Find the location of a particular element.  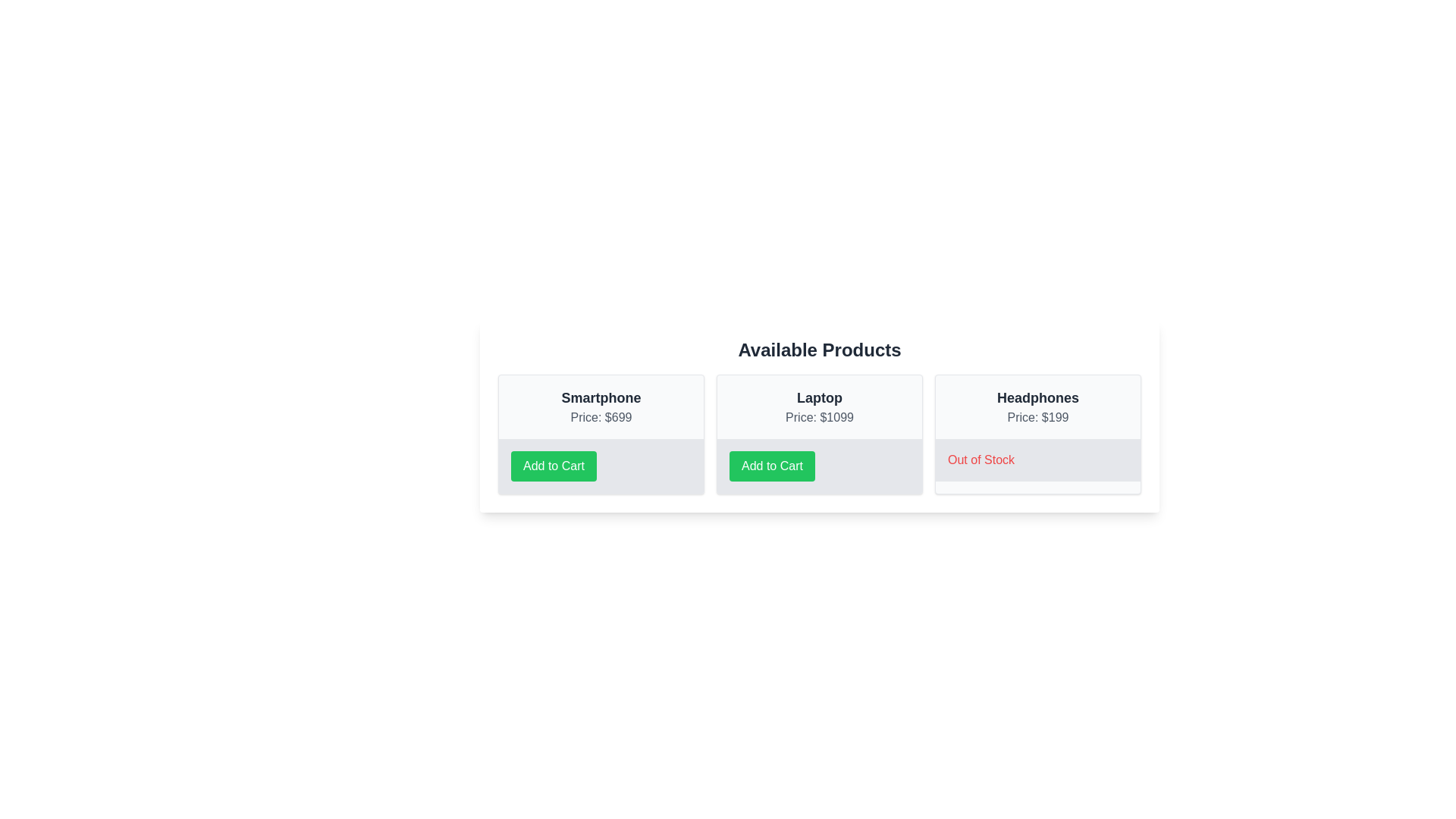

the red text label indicating that the 'Headphones' product is currently unavailable for purchase, located in the lower-right section of the product card is located at coordinates (981, 459).